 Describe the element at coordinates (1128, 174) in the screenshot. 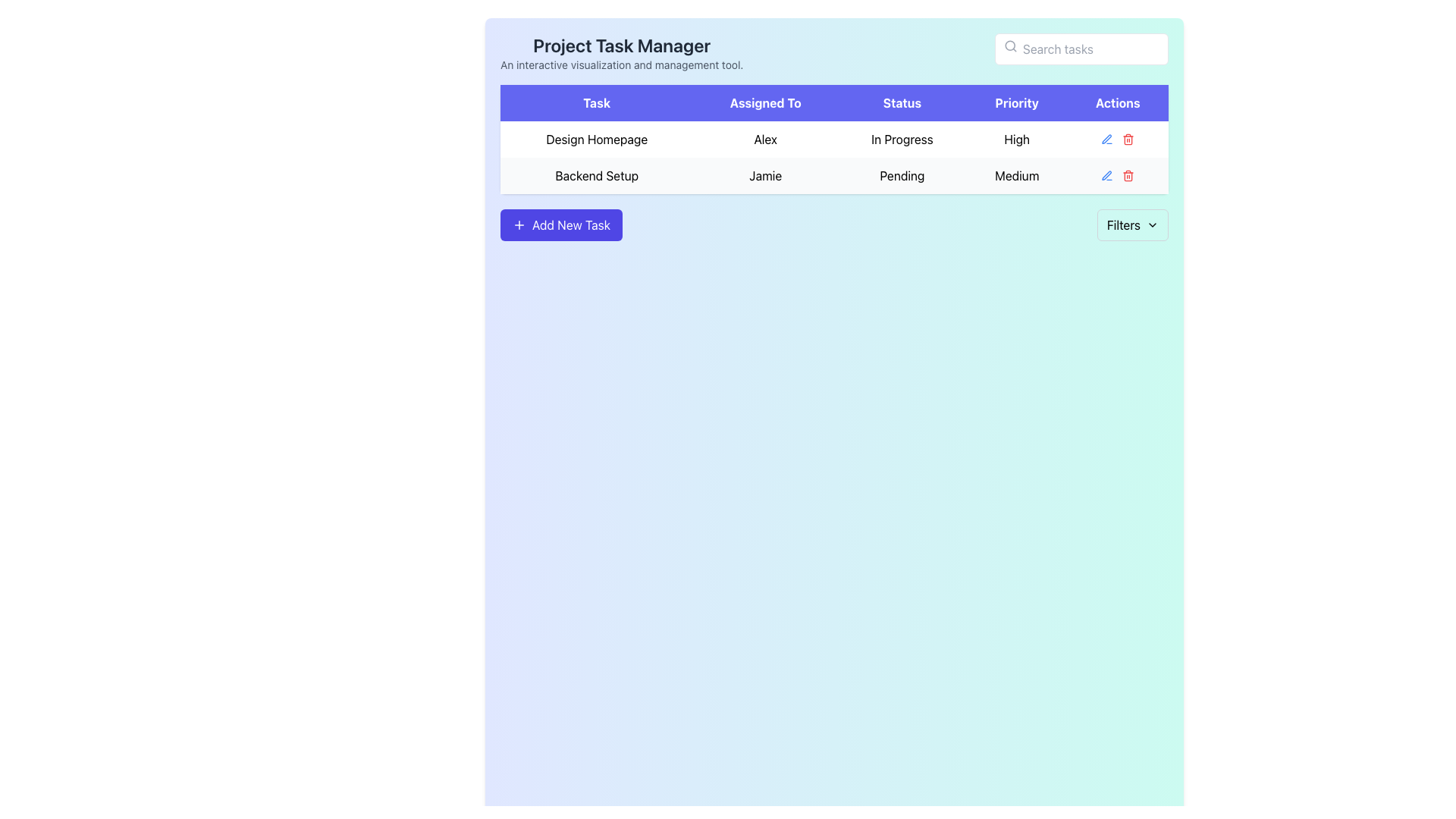

I see `the delete button located in the Actions column of the second row of the task management table for the 'Back-end Setup' task` at that location.